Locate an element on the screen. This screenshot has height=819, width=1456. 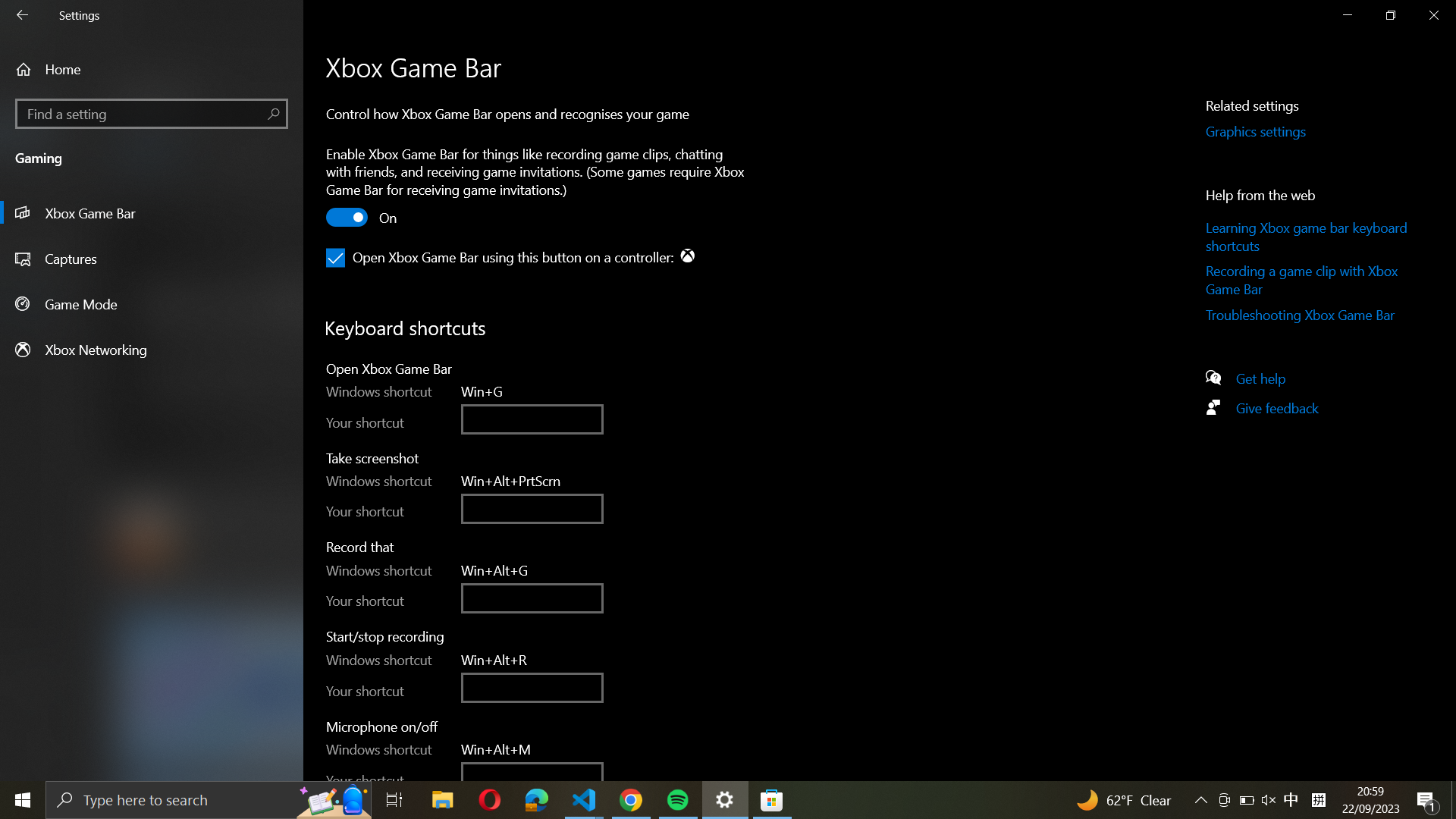
Return to the primary screen in settings by tapping on the house-shaped button is located at coordinates (152, 69).